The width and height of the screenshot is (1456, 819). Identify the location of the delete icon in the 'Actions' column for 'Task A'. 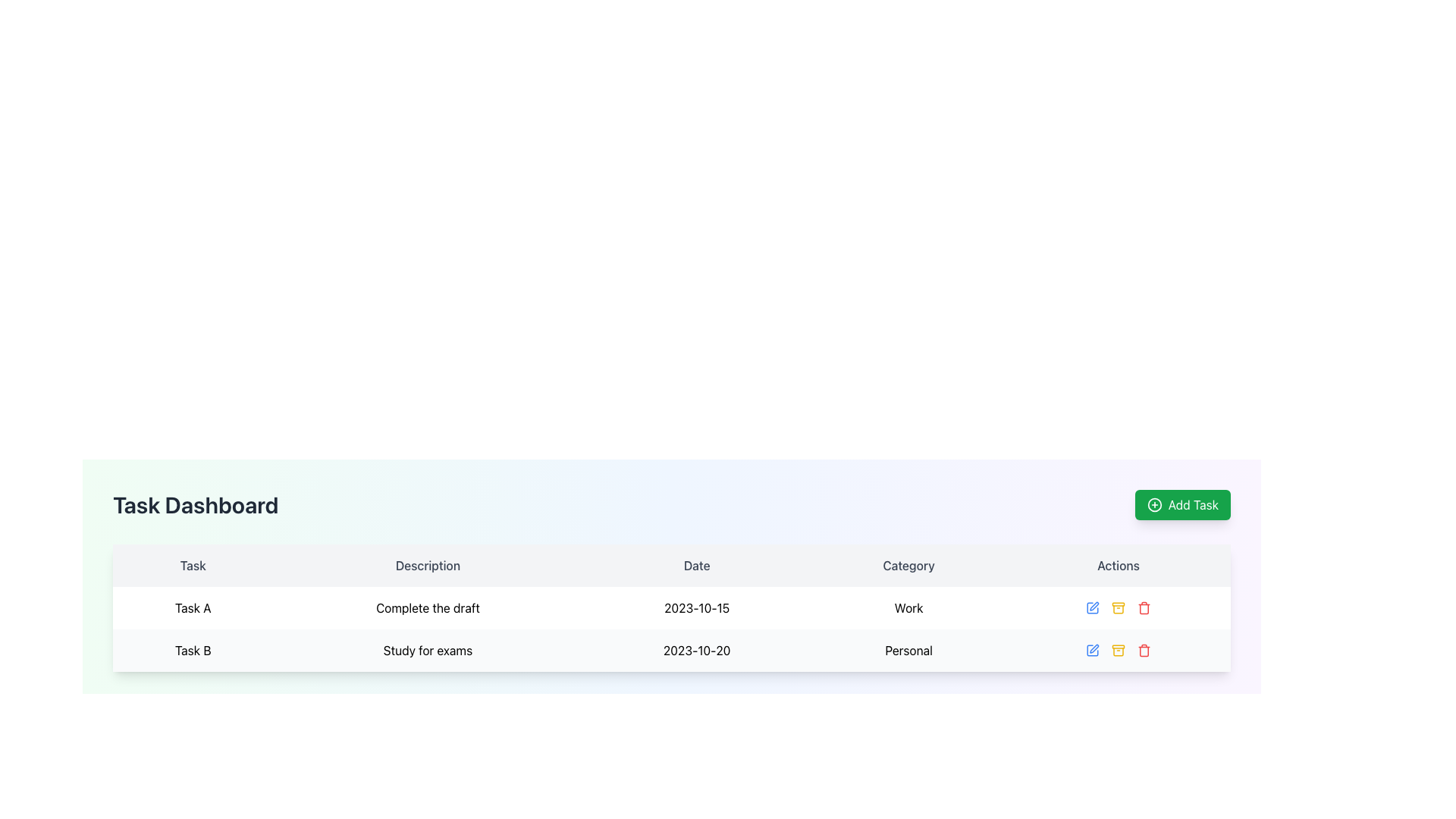
(1144, 649).